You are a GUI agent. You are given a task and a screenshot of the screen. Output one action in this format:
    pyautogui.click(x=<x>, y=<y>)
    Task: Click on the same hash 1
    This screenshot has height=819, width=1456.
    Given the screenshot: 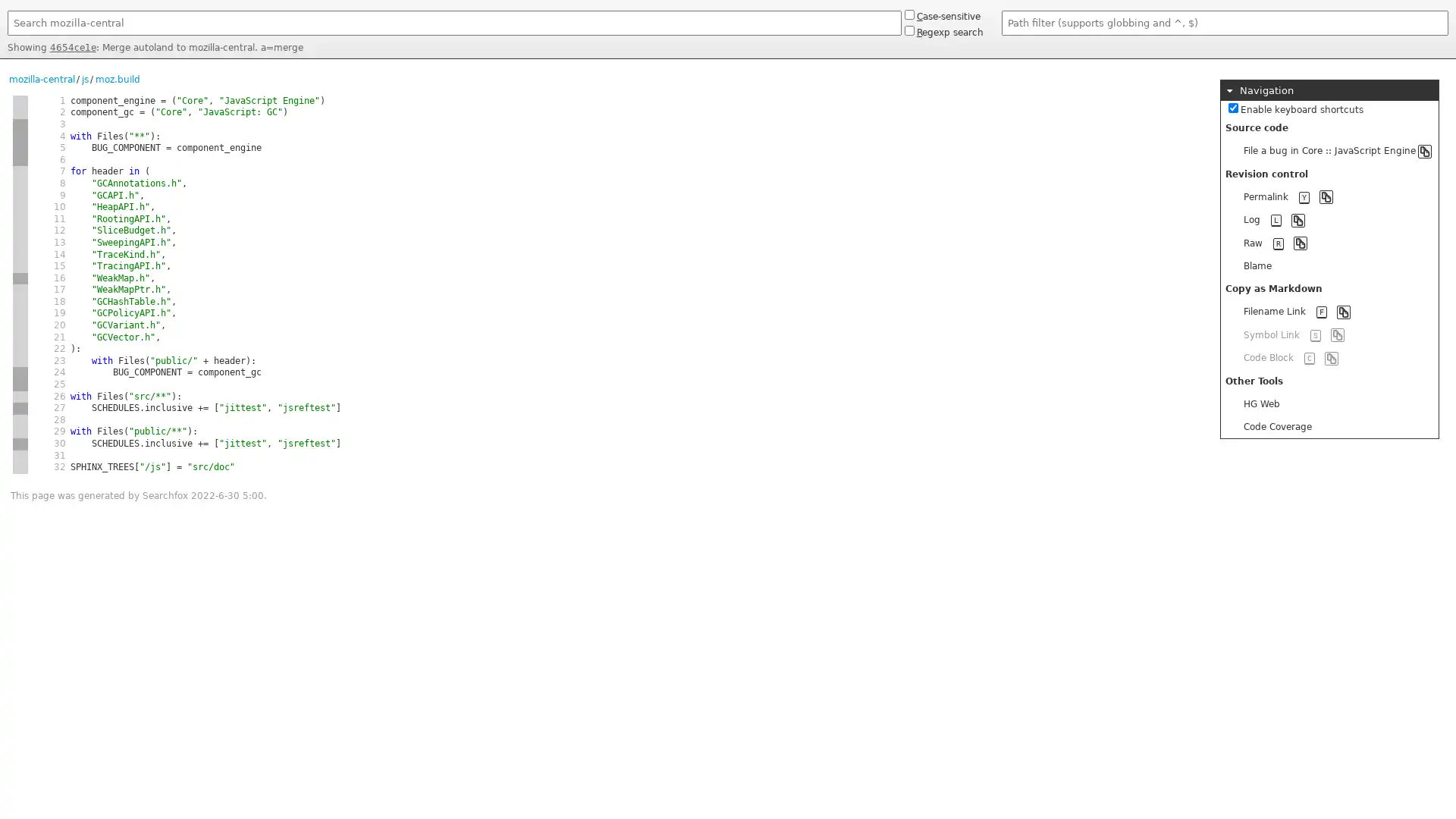 What is the action you would take?
    pyautogui.click(x=20, y=301)
    